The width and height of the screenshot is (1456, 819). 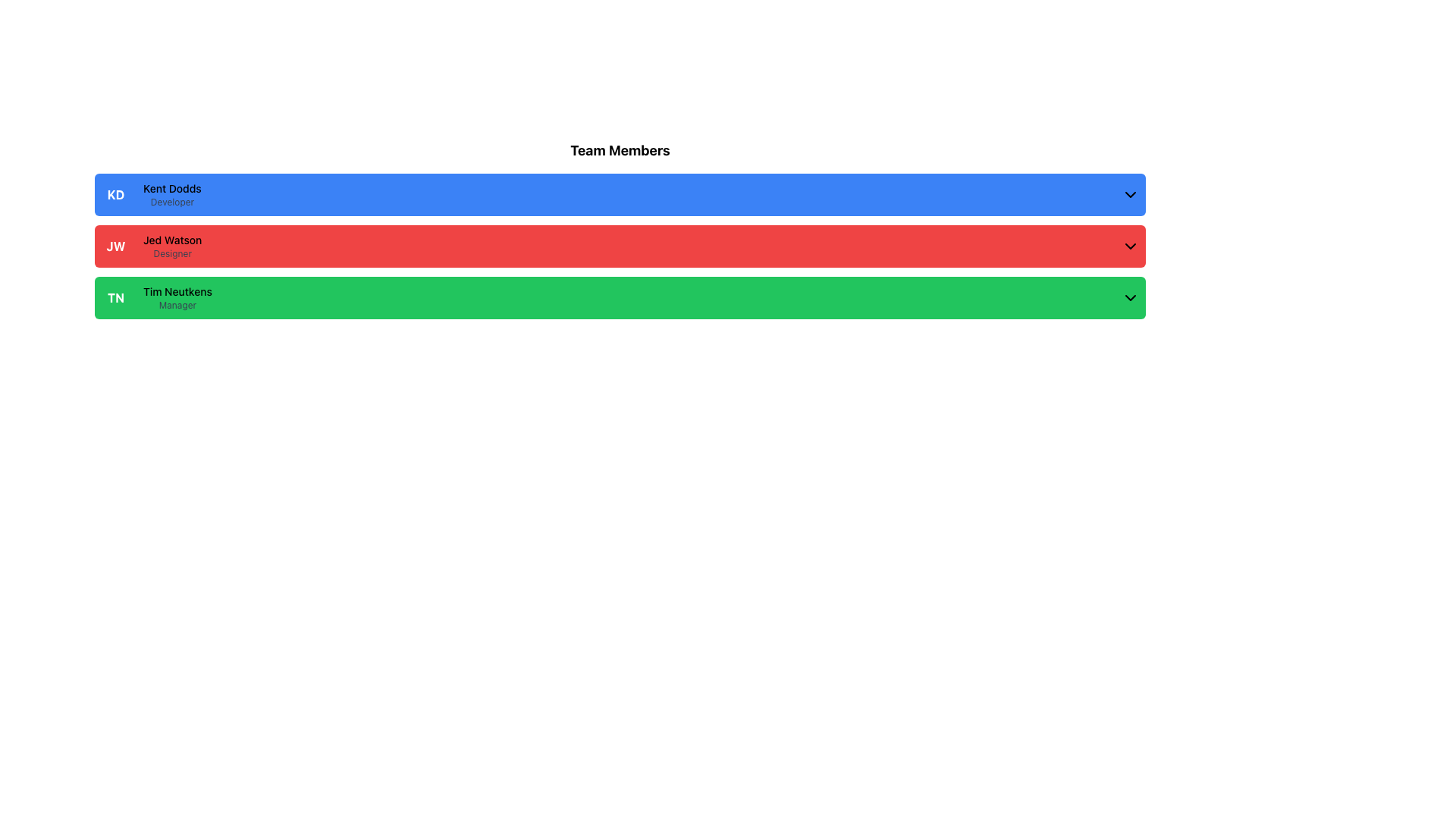 I want to click on the dropdown indicator icon located at the far right end of the green user profile section labeled 'Tim Neutkens, Manager', so click(x=1131, y=298).